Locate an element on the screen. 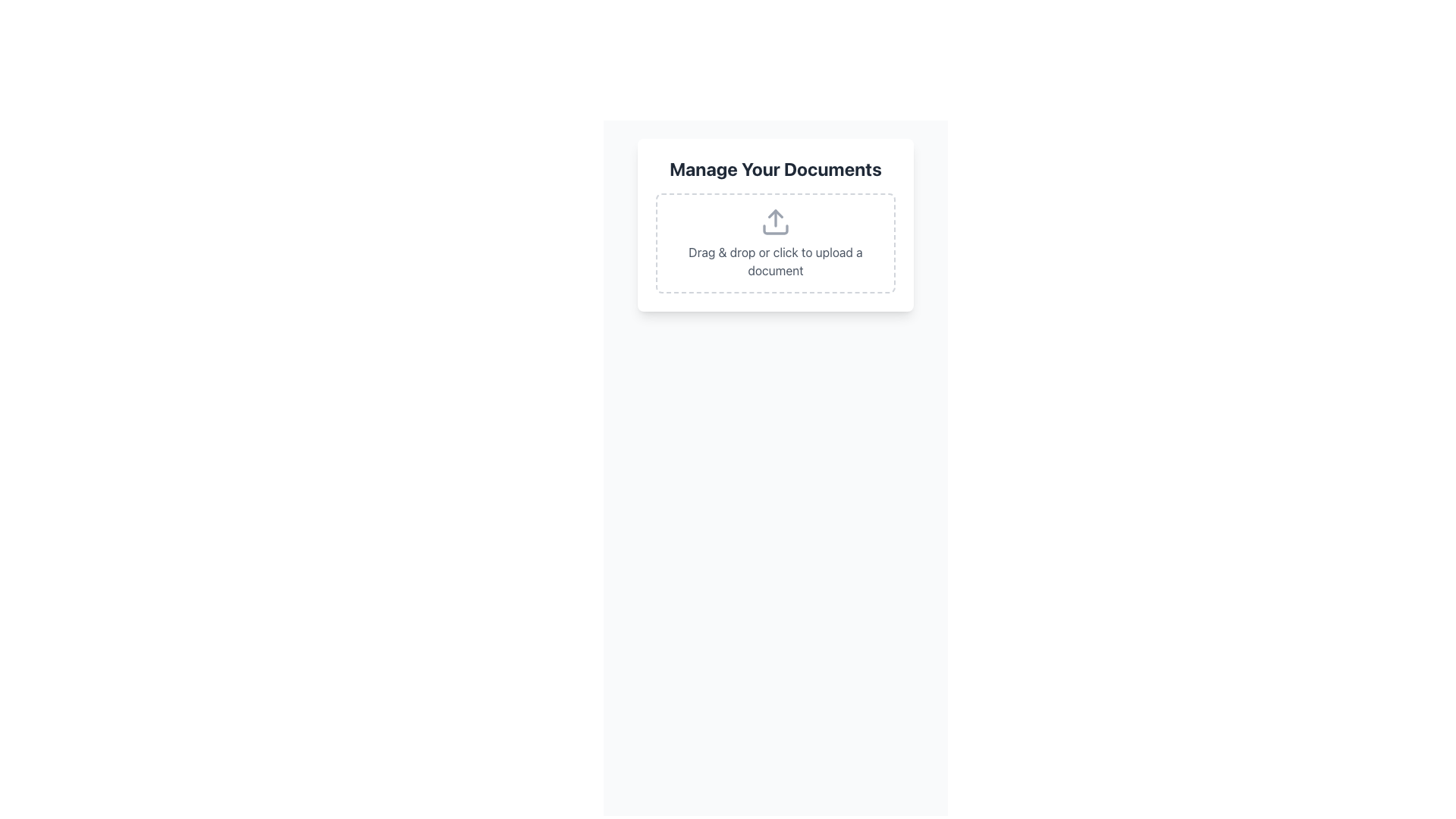 The image size is (1456, 819). the text element displaying the message 'Drag & drop or click to upload a document', which is styled with a gray font and located within a bordered dashed box below an upload icon is located at coordinates (775, 260).